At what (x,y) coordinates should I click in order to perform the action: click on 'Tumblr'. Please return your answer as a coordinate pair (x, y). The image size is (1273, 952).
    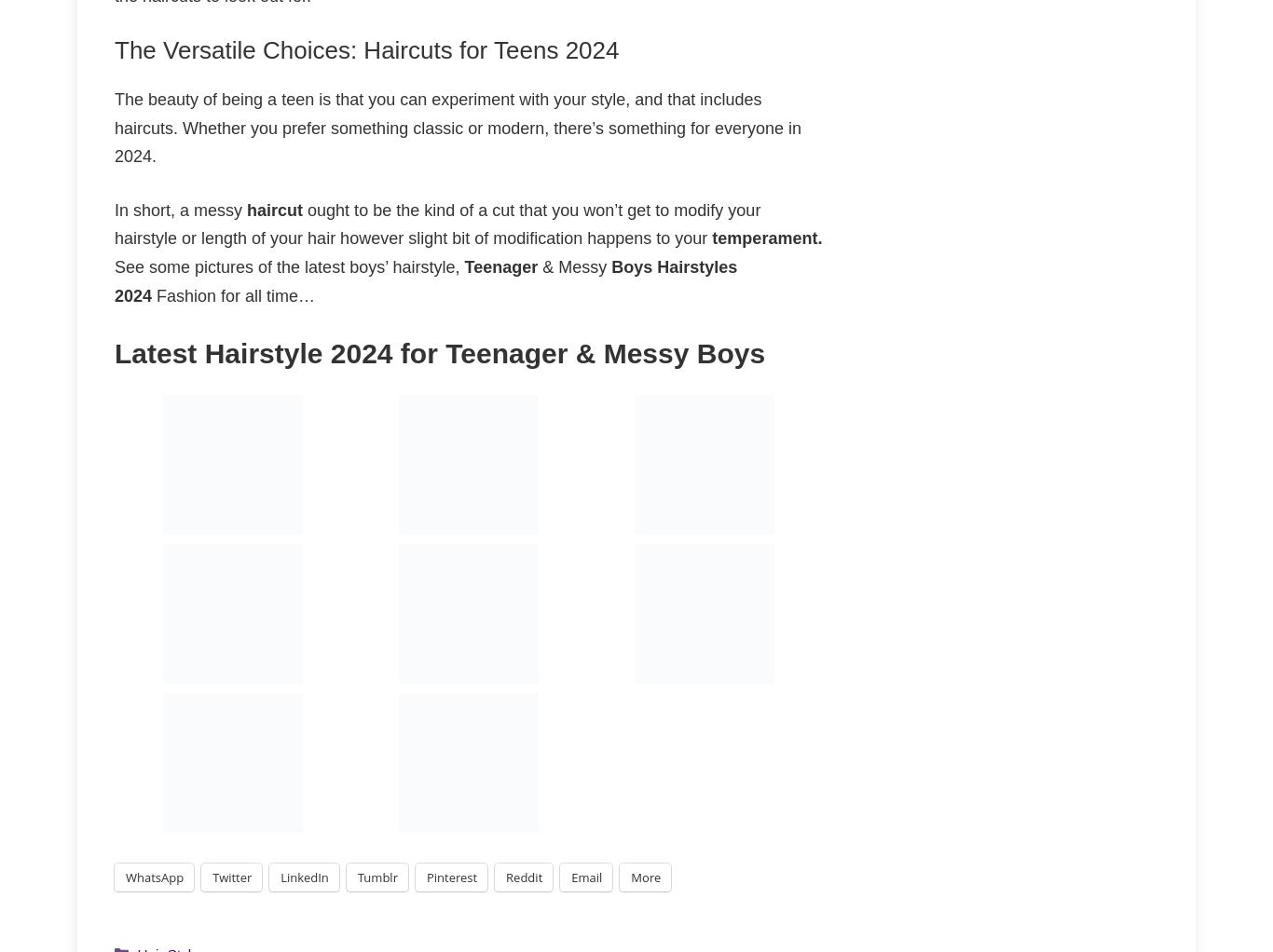
    Looking at the image, I should click on (376, 877).